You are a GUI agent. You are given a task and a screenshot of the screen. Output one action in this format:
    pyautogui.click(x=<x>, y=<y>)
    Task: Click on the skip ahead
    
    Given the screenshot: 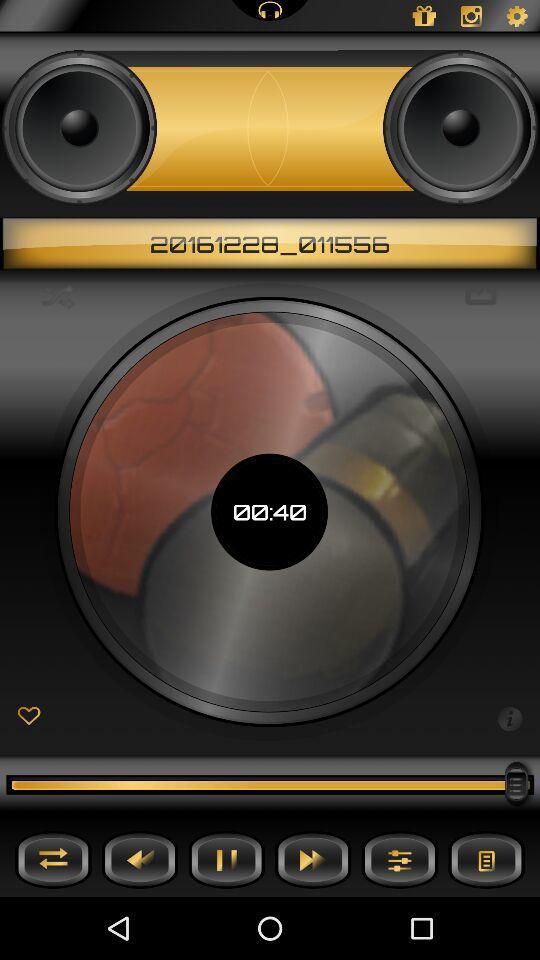 What is the action you would take?
    pyautogui.click(x=313, y=858)
    